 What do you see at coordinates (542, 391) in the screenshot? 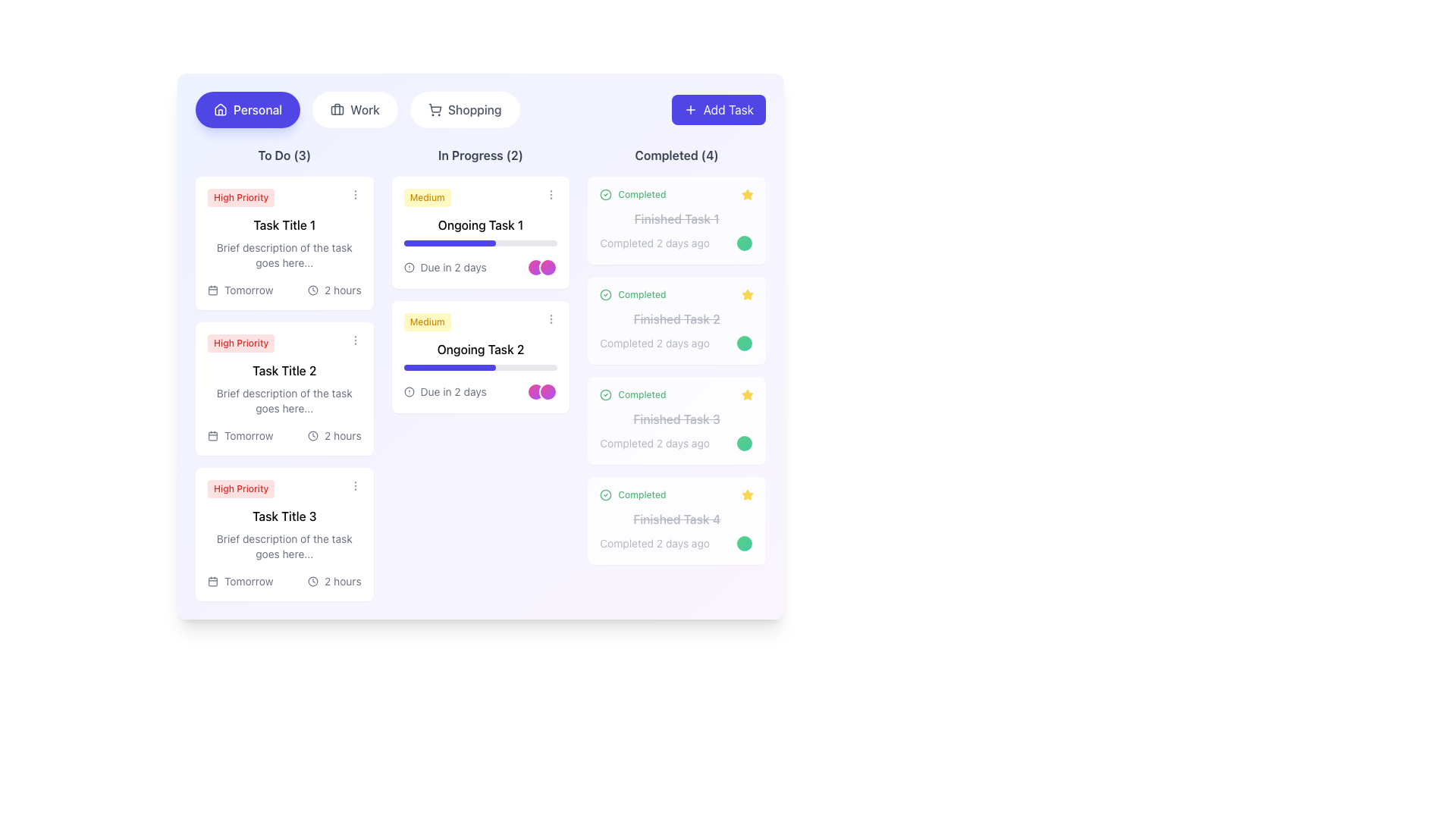
I see `the visual indicator consisting of two overlapping circular shapes with a gradient color transitioning from pink to purple, located in the 'In Progress' section under the task labeled 'Ongoing Task 2', near the text 'Due in 2 days'` at bounding box center [542, 391].